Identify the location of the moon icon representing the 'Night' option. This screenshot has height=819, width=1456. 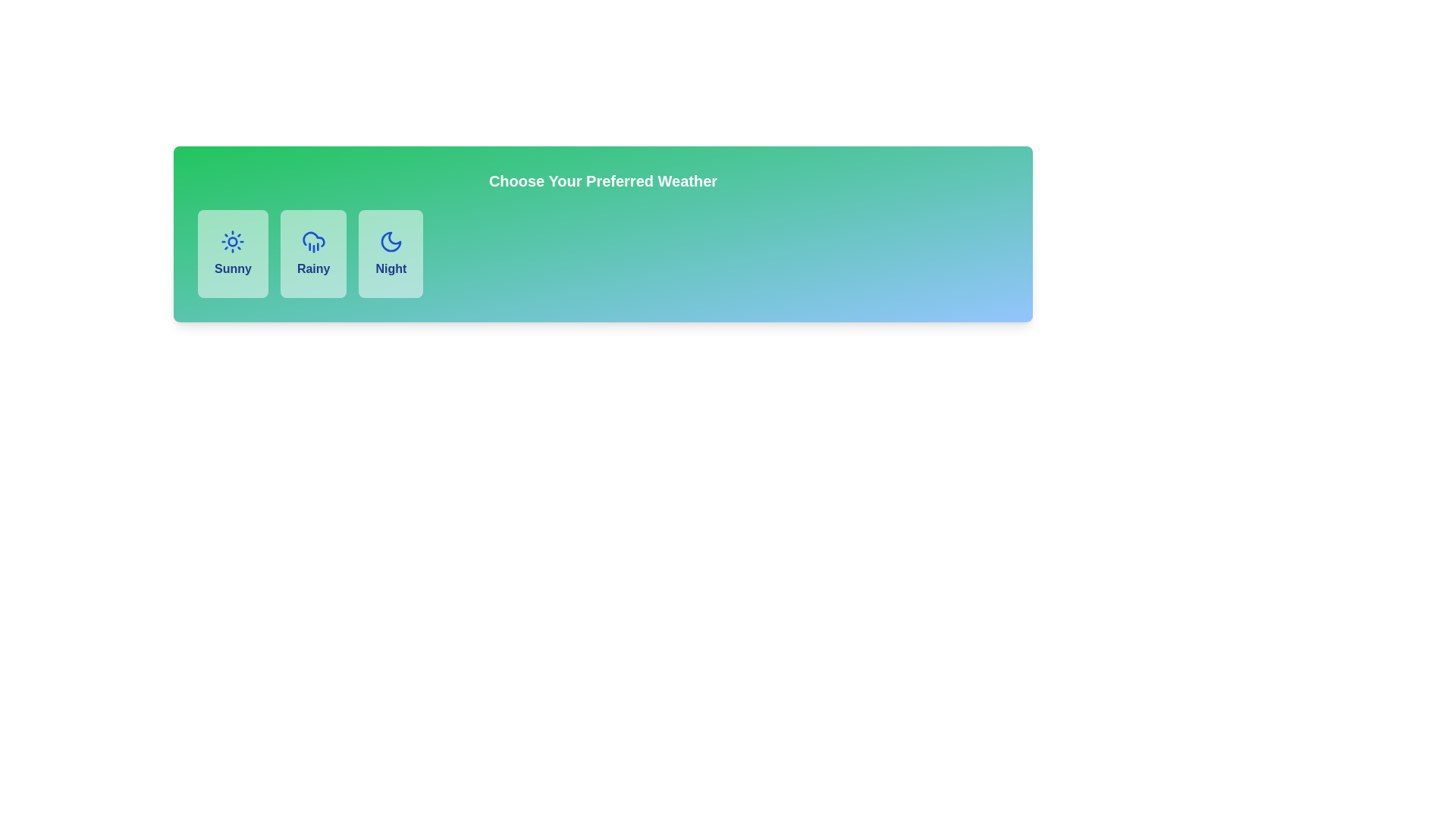
(391, 241).